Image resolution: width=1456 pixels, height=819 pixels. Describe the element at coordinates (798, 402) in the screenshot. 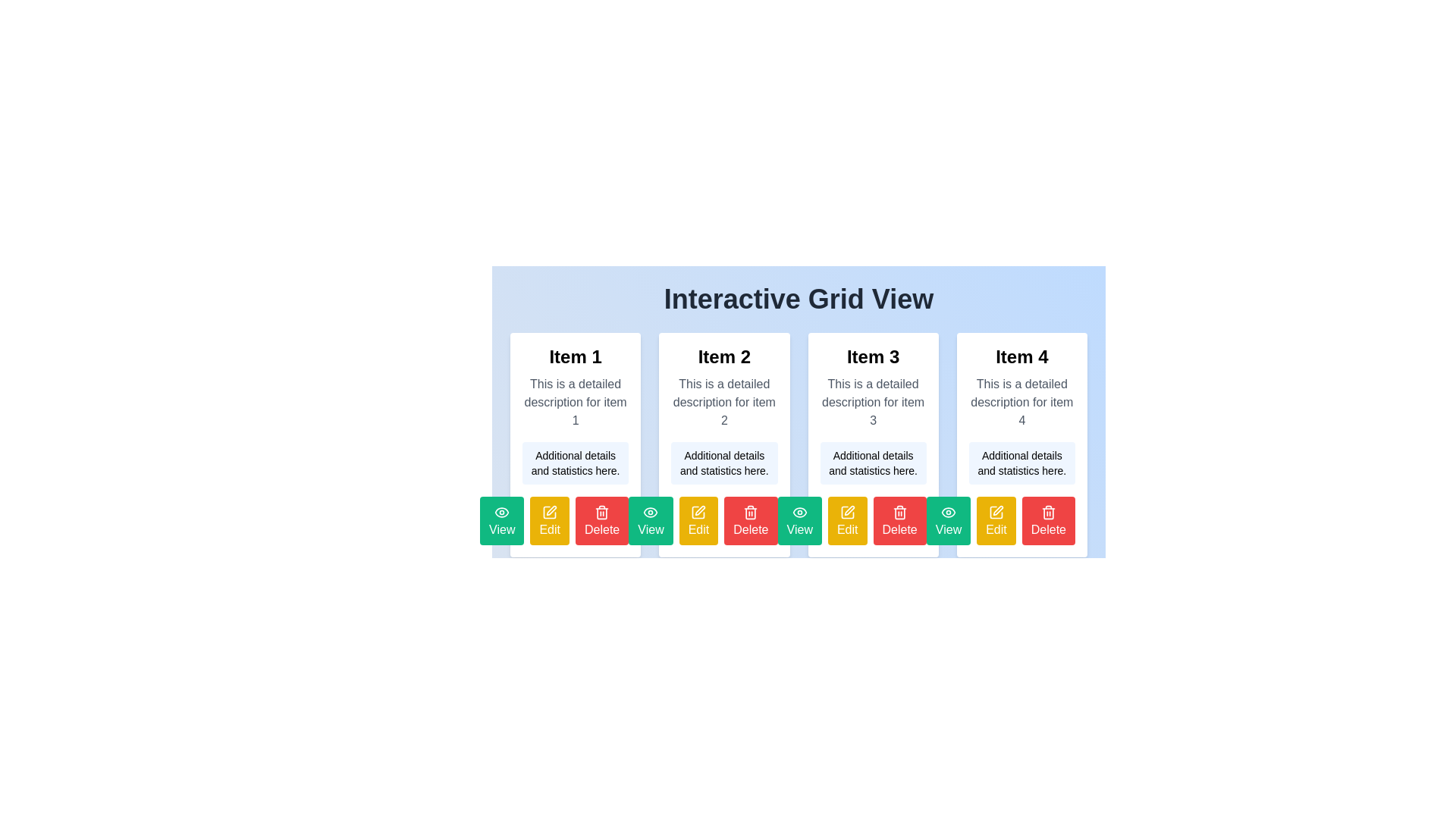

I see `the 'Edit' button on the third Card component in the grid layout that contains information about a specific item` at that location.